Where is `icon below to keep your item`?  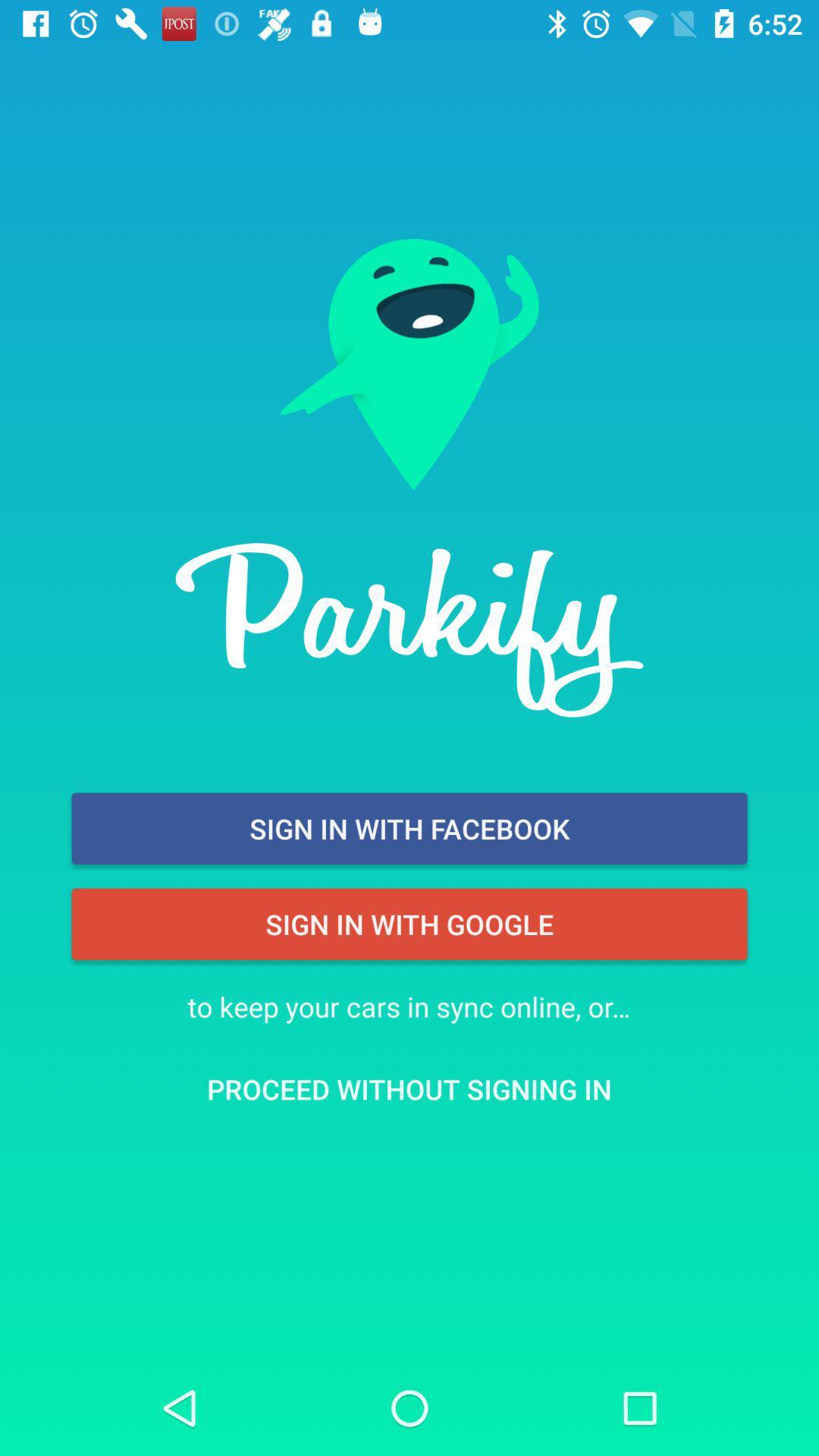 icon below to keep your item is located at coordinates (409, 1088).